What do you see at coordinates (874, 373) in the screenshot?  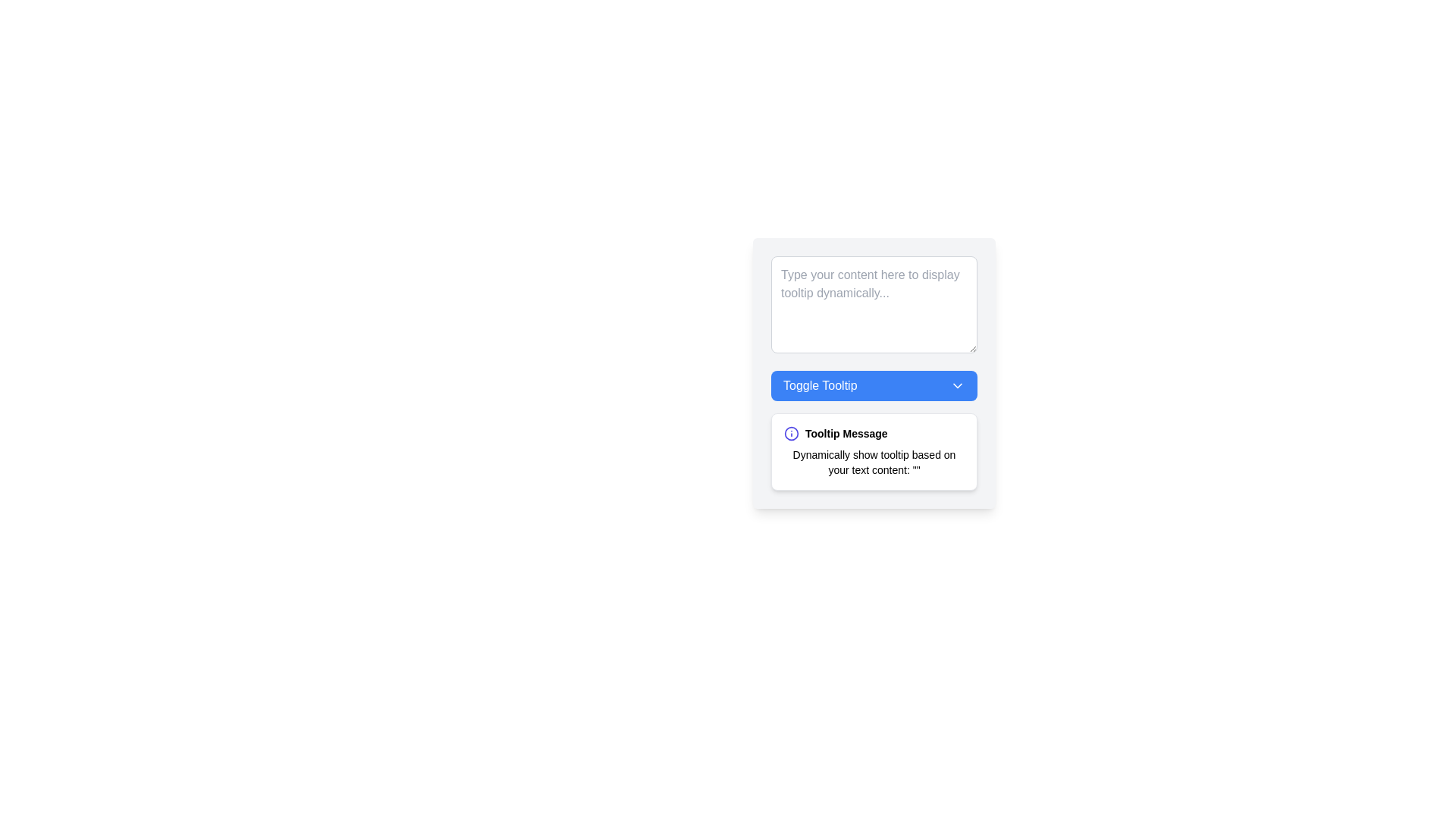 I see `the 'Toggle Tooltip' button, which is a medium blue rectangular button with rounded corners and white text` at bounding box center [874, 373].